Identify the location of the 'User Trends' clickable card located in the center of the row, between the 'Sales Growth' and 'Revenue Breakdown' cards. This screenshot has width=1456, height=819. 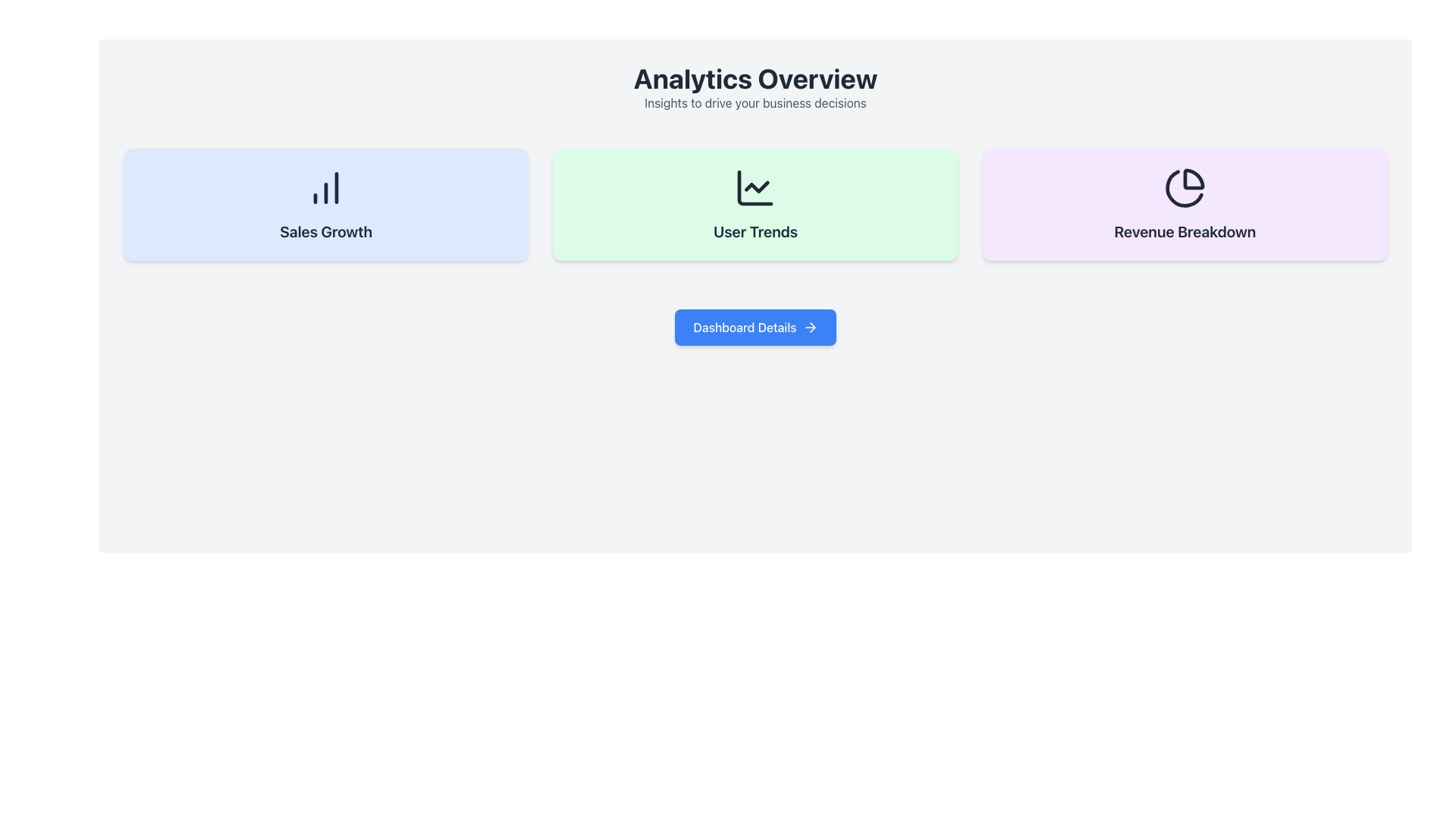
(755, 205).